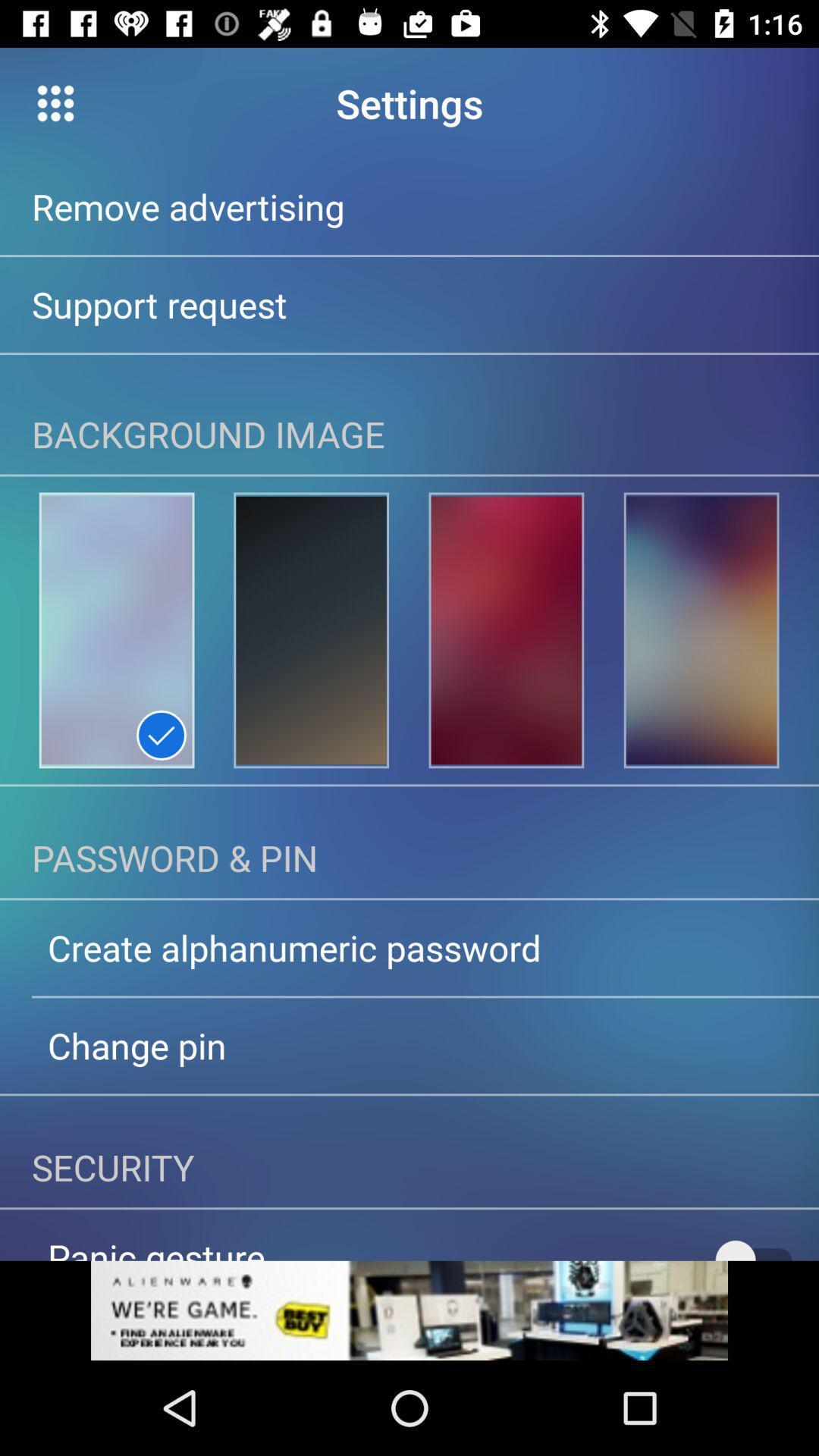  Describe the element at coordinates (116, 630) in the screenshot. I see `background image` at that location.